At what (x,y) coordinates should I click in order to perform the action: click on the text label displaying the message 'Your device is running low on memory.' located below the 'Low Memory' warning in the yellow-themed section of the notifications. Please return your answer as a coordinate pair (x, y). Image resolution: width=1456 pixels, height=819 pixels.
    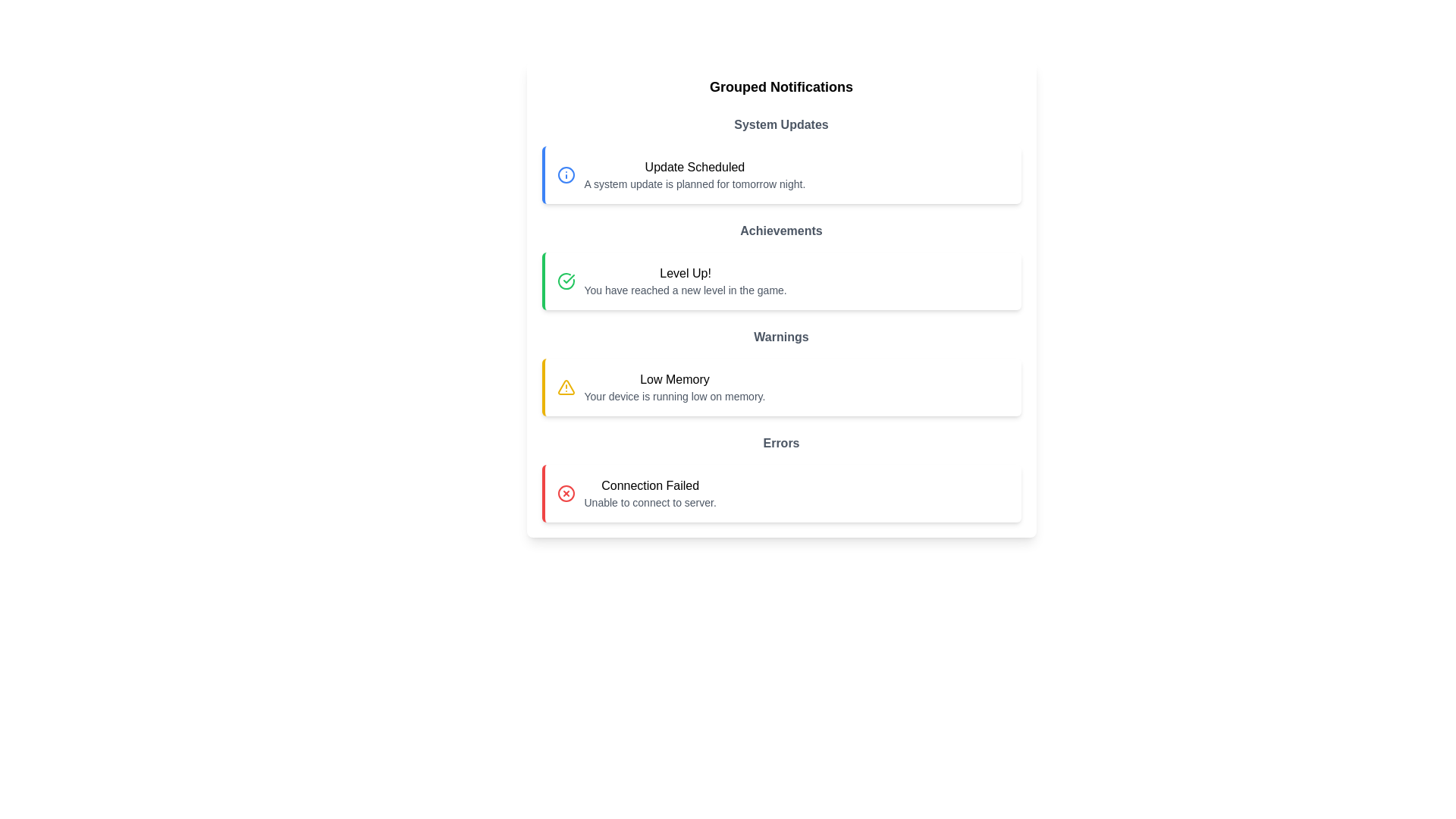
    Looking at the image, I should click on (673, 396).